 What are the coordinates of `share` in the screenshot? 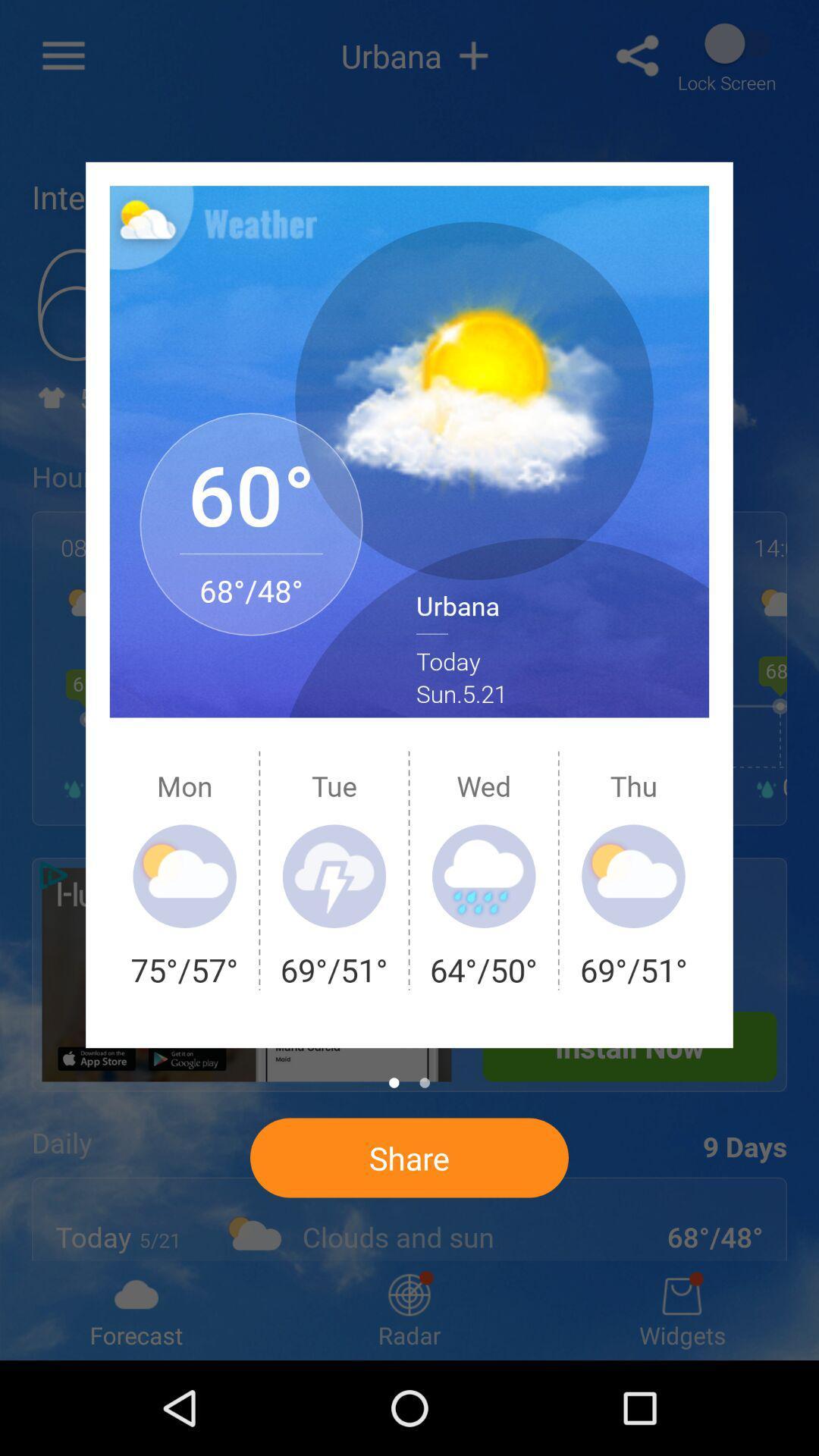 It's located at (409, 1156).